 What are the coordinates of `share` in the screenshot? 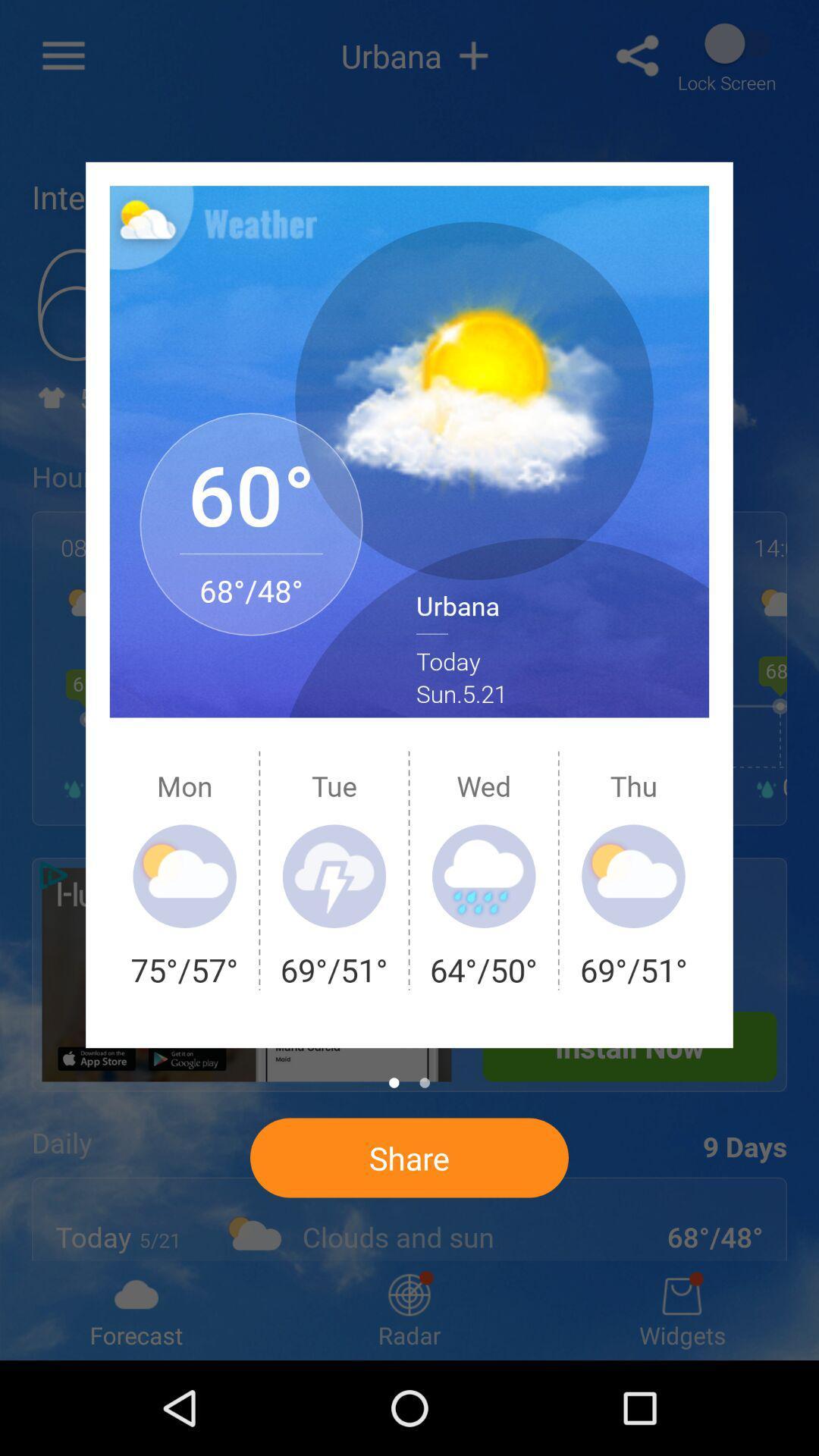 It's located at (409, 1156).